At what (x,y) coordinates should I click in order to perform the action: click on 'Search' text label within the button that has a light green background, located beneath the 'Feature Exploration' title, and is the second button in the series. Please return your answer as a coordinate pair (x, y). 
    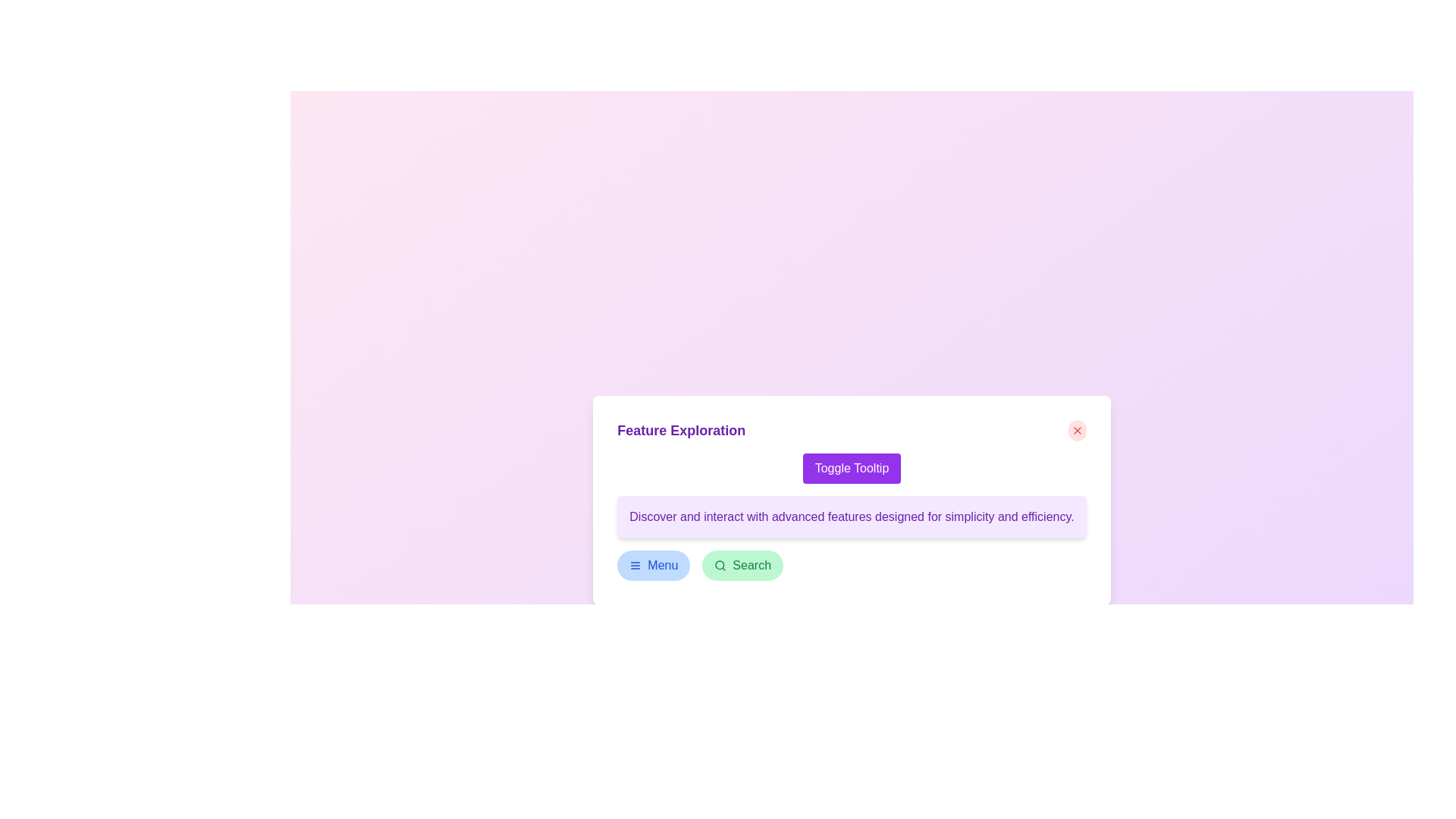
    Looking at the image, I should click on (752, 565).